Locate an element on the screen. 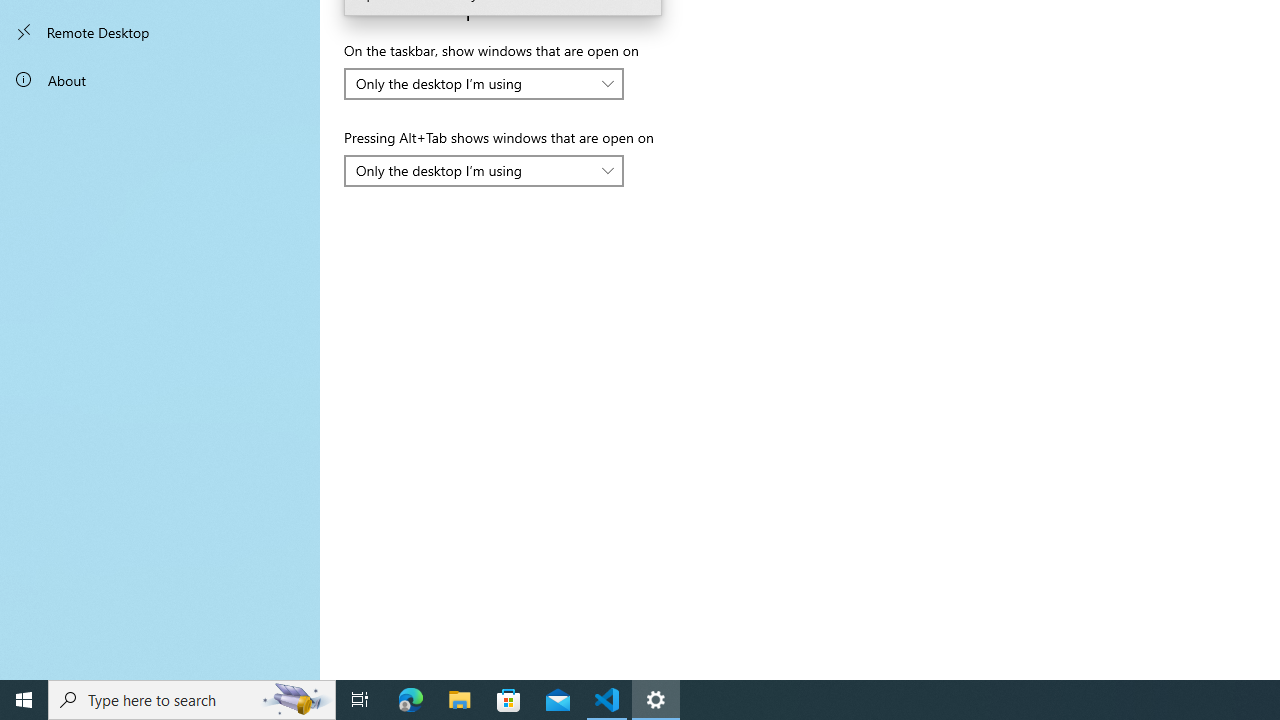 Image resolution: width=1280 pixels, height=720 pixels. 'Task View' is located at coordinates (359, 698).